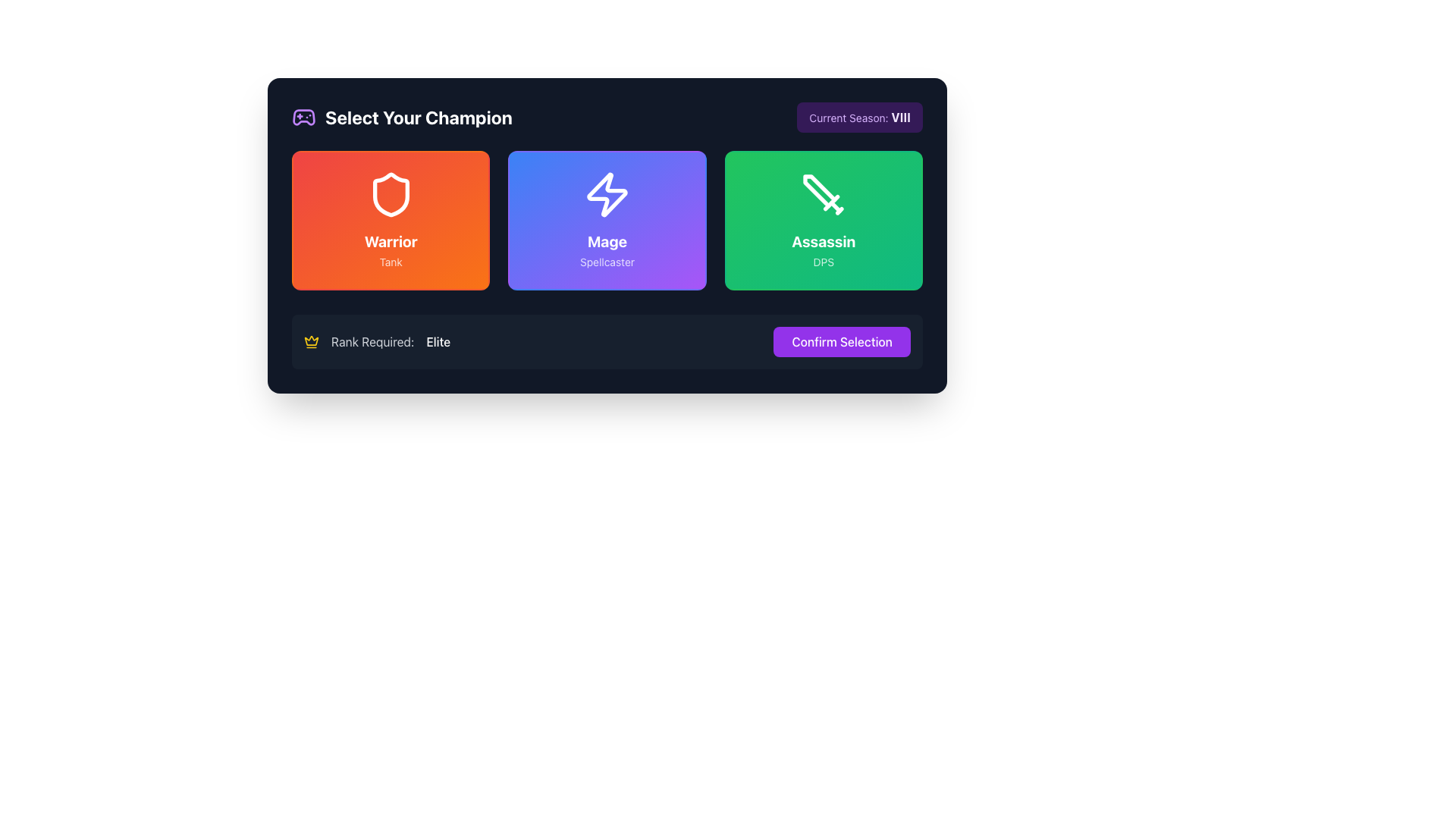 Image resolution: width=1456 pixels, height=819 pixels. Describe the element at coordinates (850, 117) in the screenshot. I see `the static text label that reads 'Current Season:' displayed in a medium-sized purple font, located in the upper-right side of the interface, adjacent to the text component displaying 'VIII'` at that location.